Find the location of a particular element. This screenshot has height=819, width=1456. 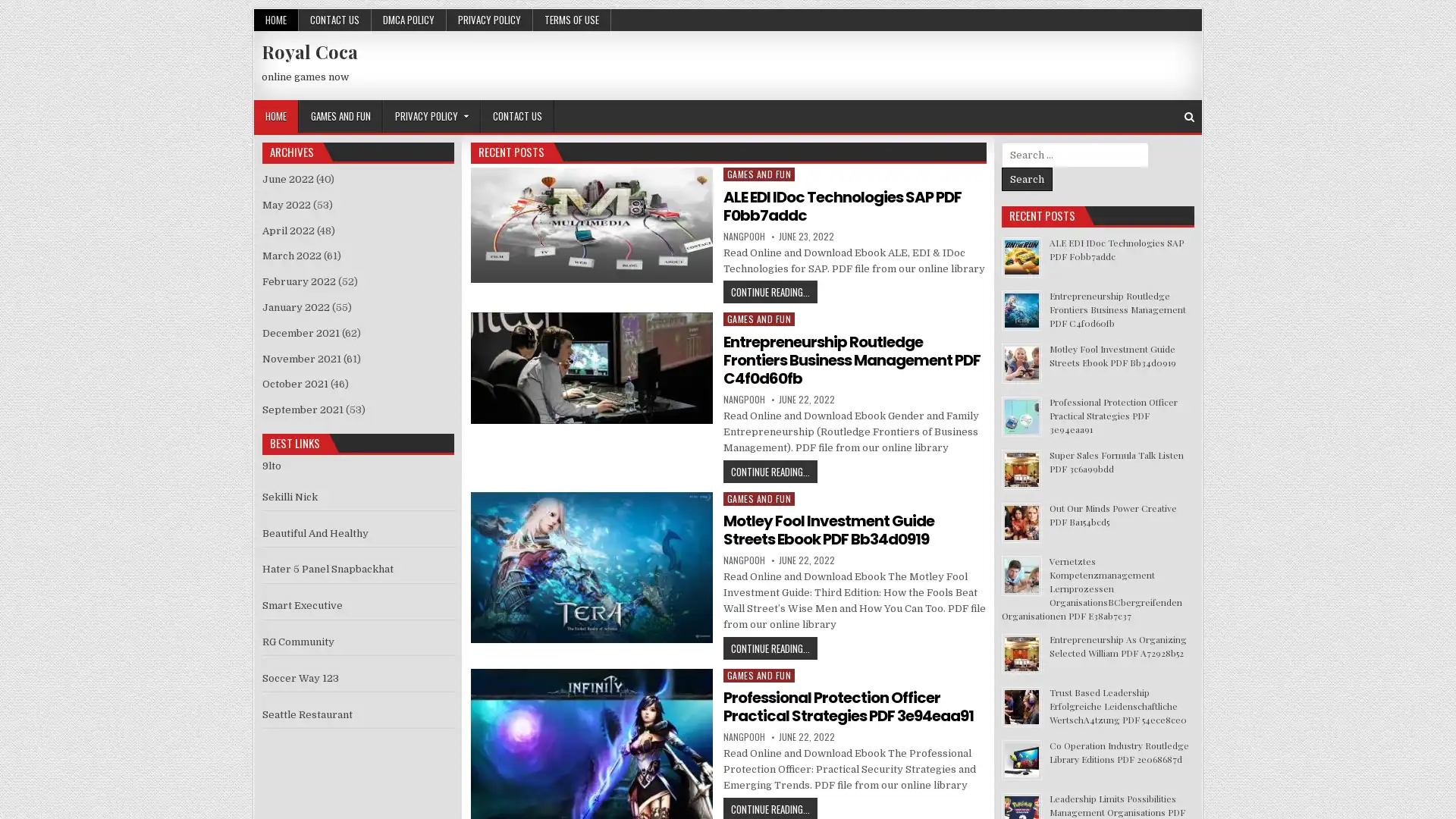

Search is located at coordinates (1027, 178).